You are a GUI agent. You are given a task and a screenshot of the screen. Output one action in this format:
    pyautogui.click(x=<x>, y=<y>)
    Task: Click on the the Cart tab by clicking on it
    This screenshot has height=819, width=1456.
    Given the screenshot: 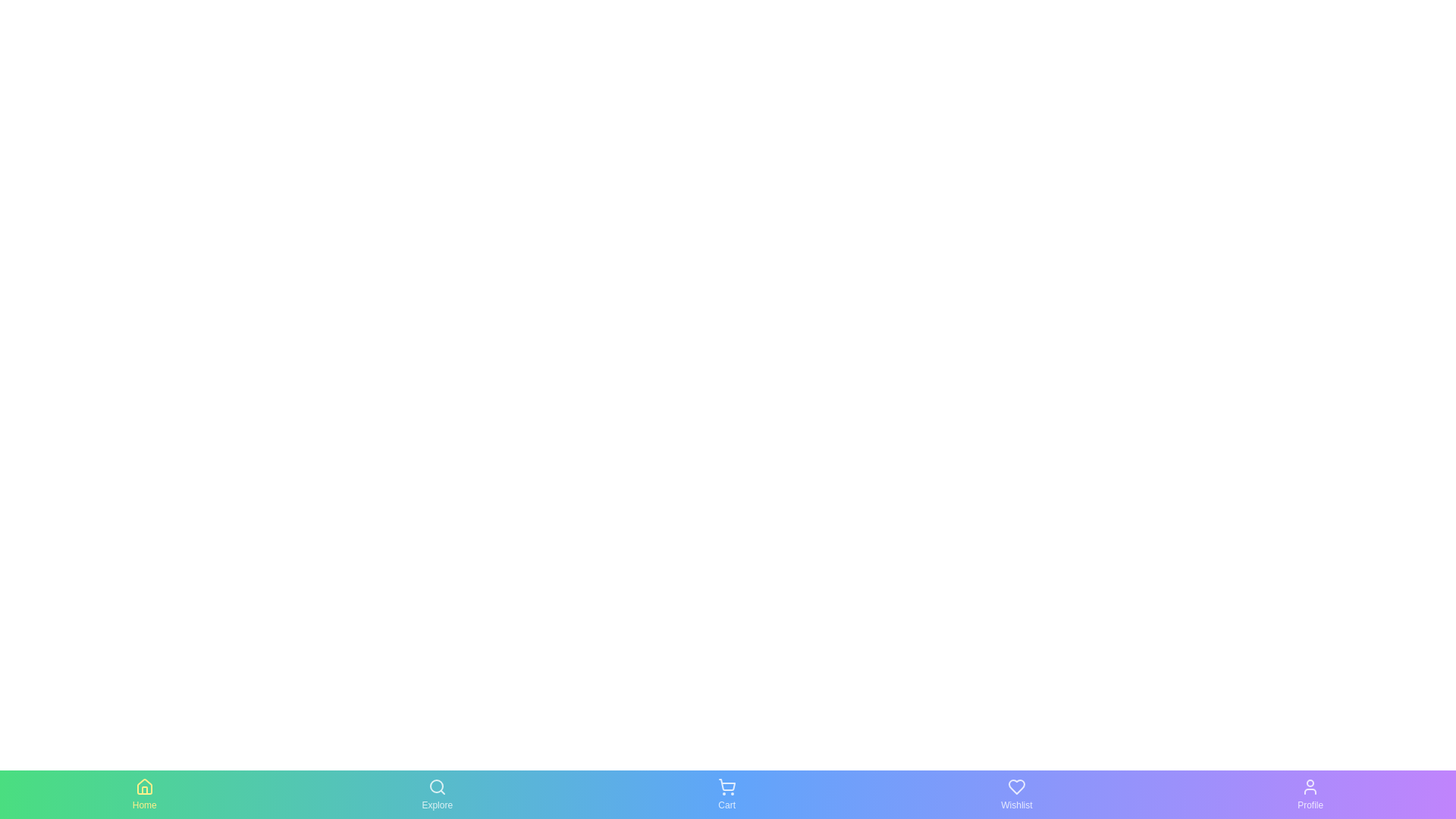 What is the action you would take?
    pyautogui.click(x=726, y=794)
    